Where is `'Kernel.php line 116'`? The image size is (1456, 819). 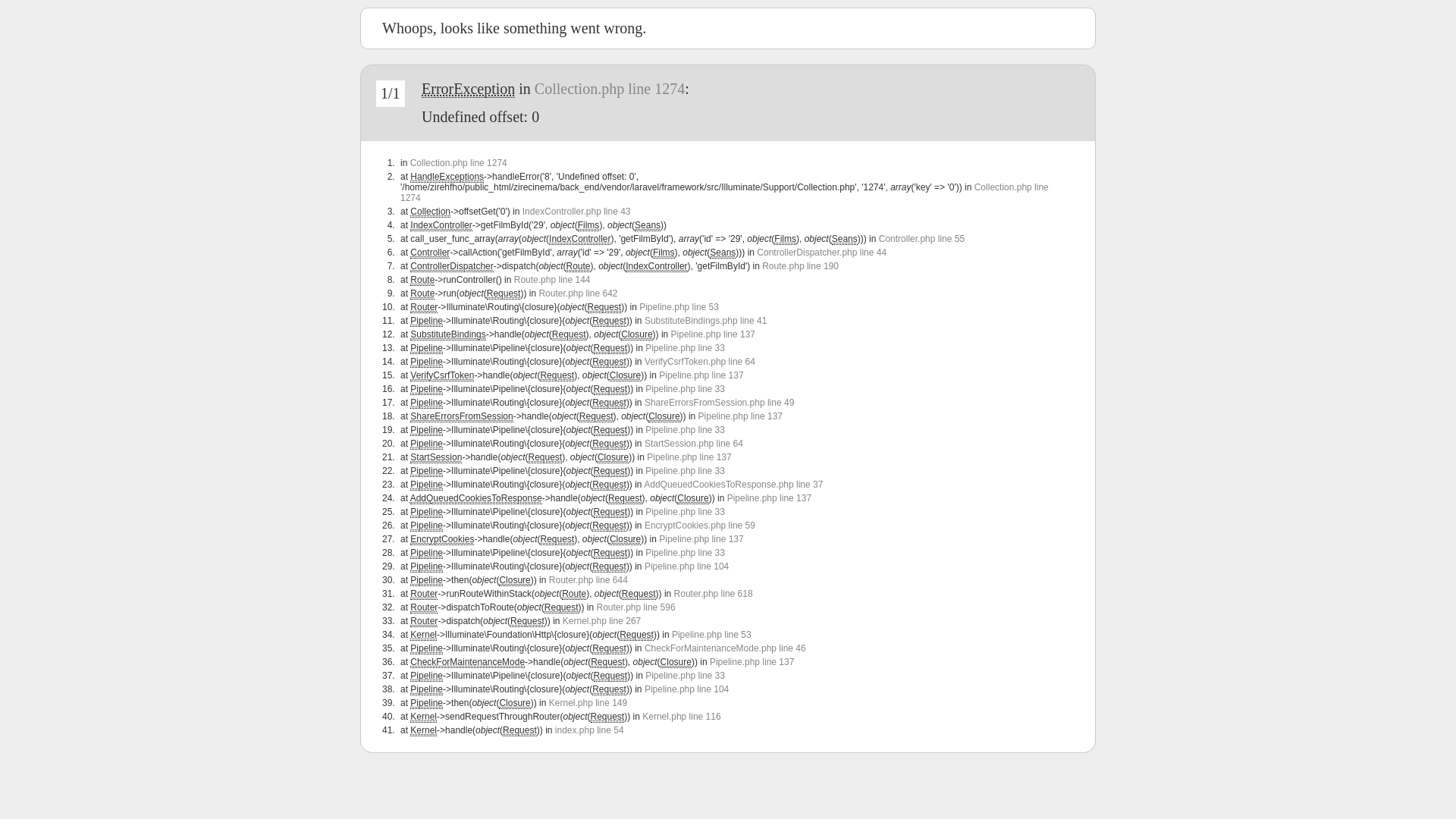
'Kernel.php line 116' is located at coordinates (680, 717).